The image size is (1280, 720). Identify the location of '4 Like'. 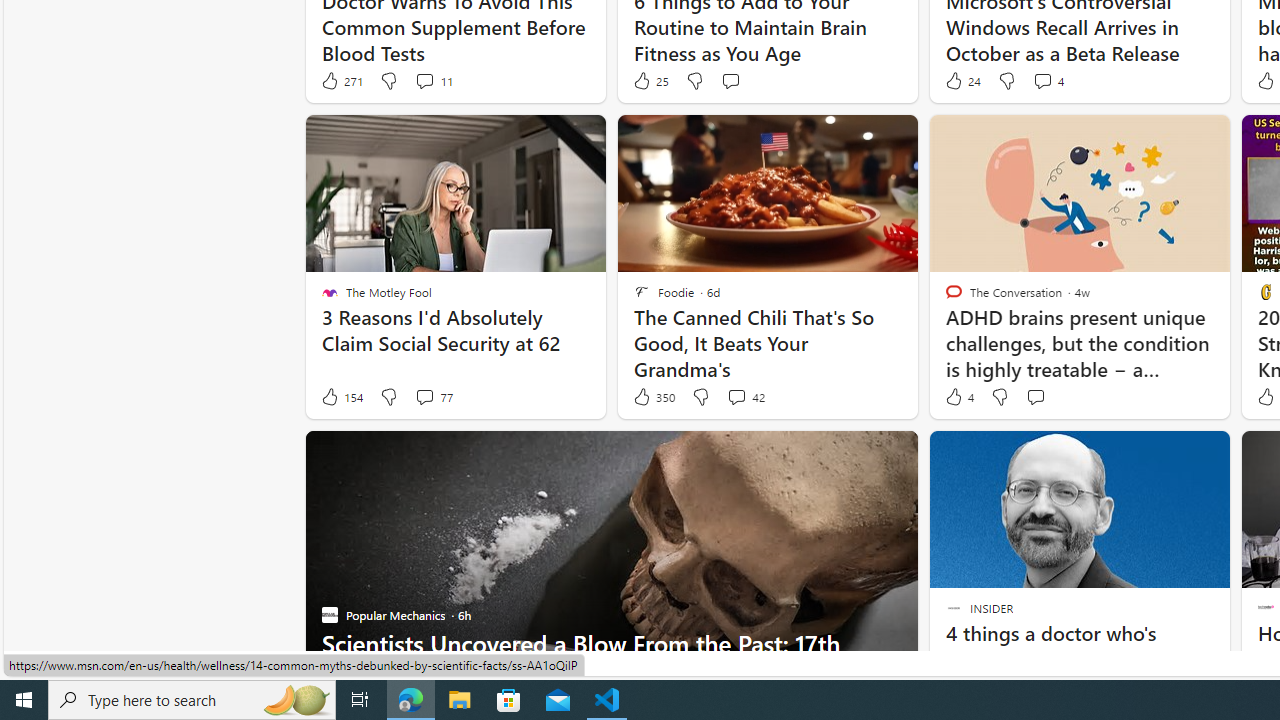
(957, 397).